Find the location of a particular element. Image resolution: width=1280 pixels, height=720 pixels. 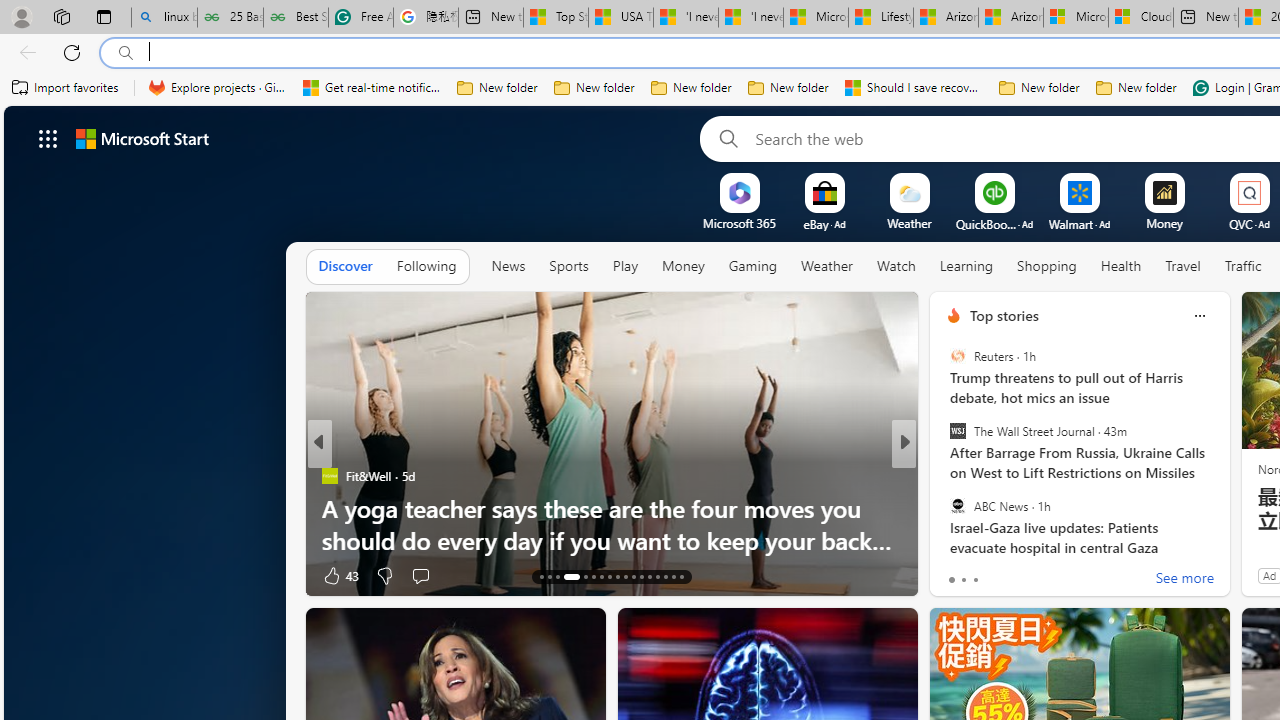

'AutomationID: tab-18' is located at coordinates (592, 577).